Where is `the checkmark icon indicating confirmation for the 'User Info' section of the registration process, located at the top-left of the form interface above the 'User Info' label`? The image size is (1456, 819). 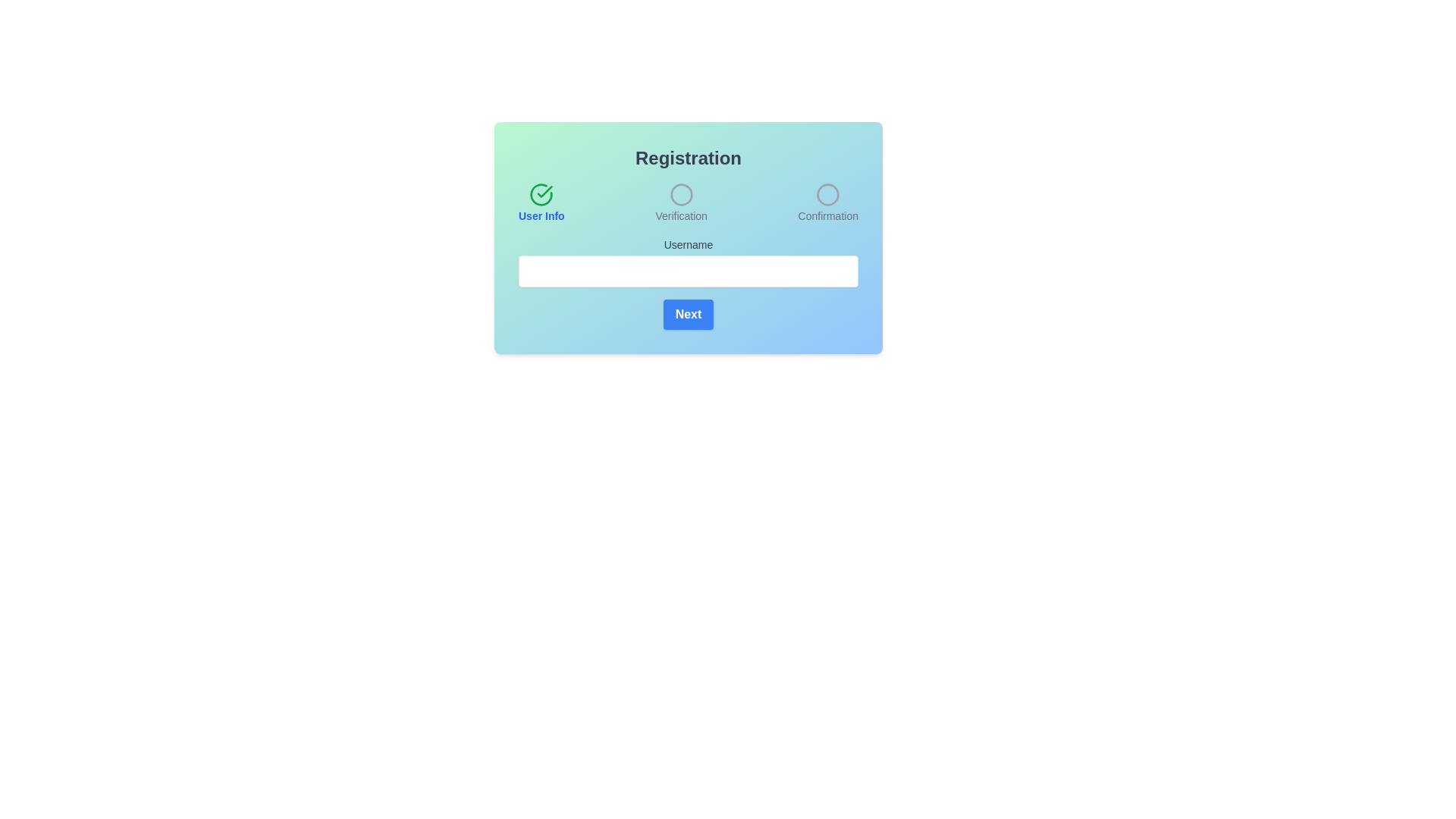
the checkmark icon indicating confirmation for the 'User Info' section of the registration process, located at the top-left of the form interface above the 'User Info' label is located at coordinates (545, 191).